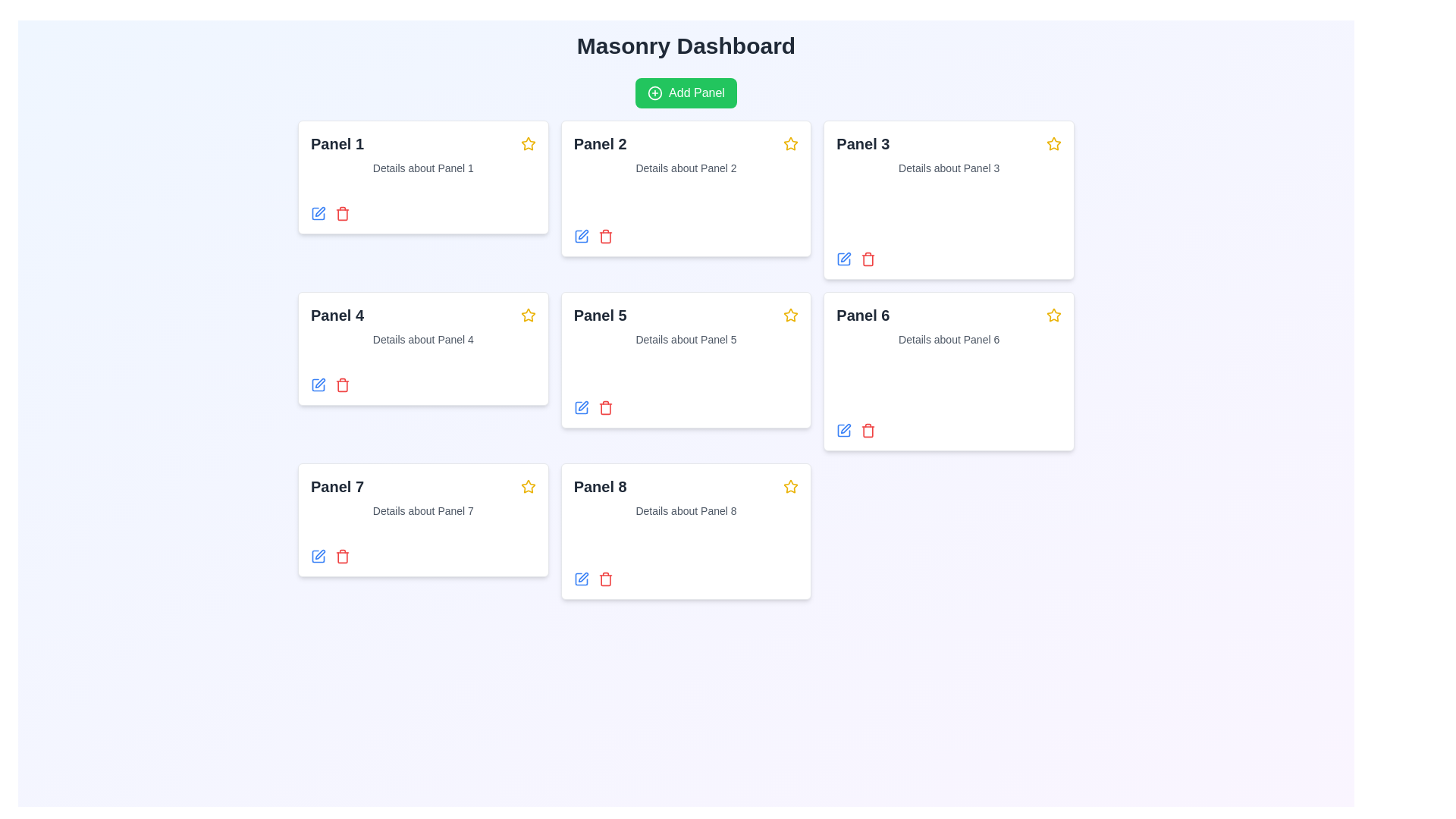 This screenshot has height=819, width=1456. I want to click on the yellow star icon rating button located in the top-right of 'Panel 4' to activate its hover effect, so click(528, 315).